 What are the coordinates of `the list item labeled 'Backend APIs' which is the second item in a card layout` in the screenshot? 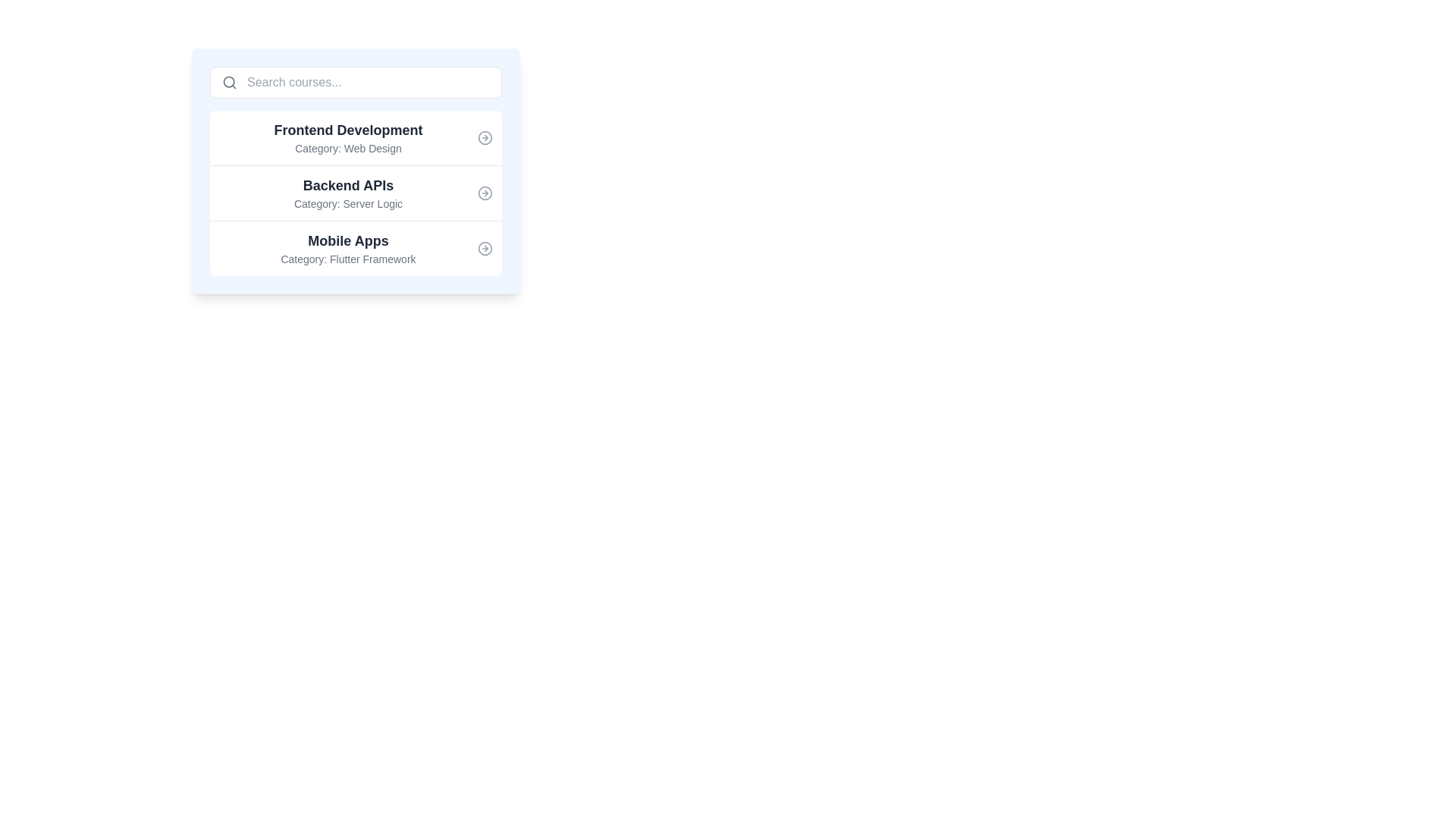 It's located at (355, 171).